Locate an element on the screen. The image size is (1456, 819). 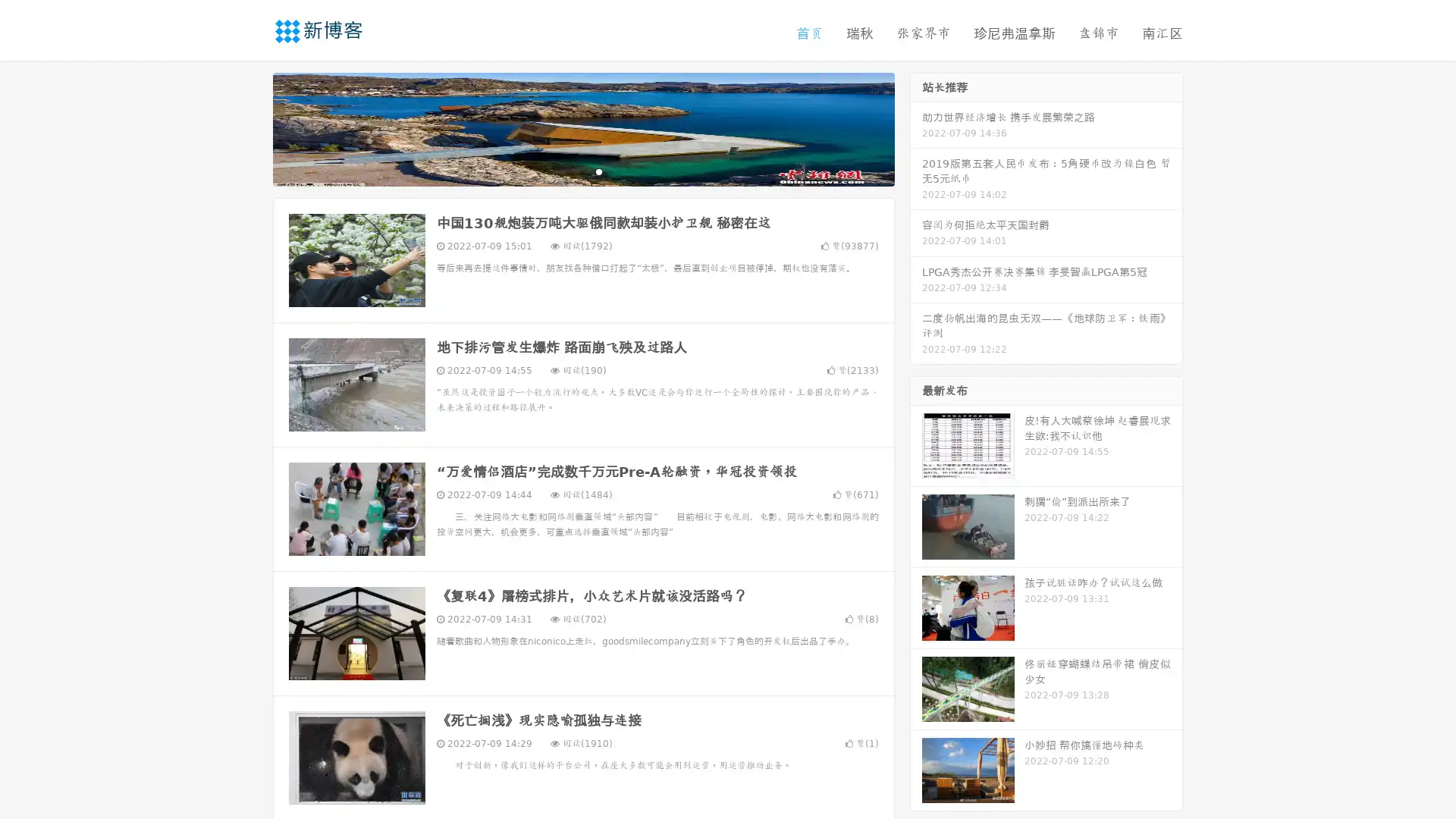
Go to slide 2 is located at coordinates (582, 171).